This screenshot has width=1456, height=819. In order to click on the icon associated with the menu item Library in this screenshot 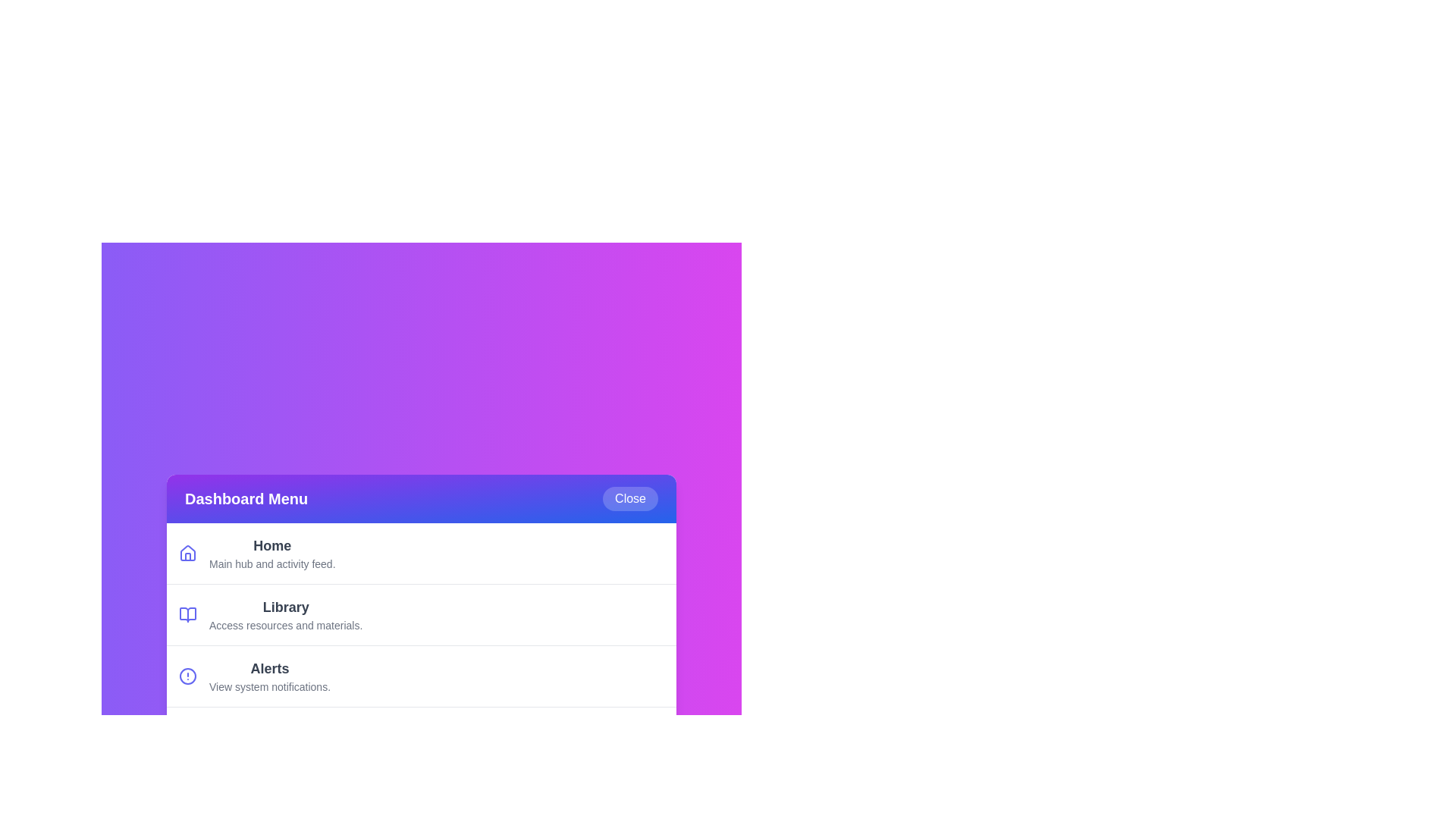, I will do `click(187, 614)`.